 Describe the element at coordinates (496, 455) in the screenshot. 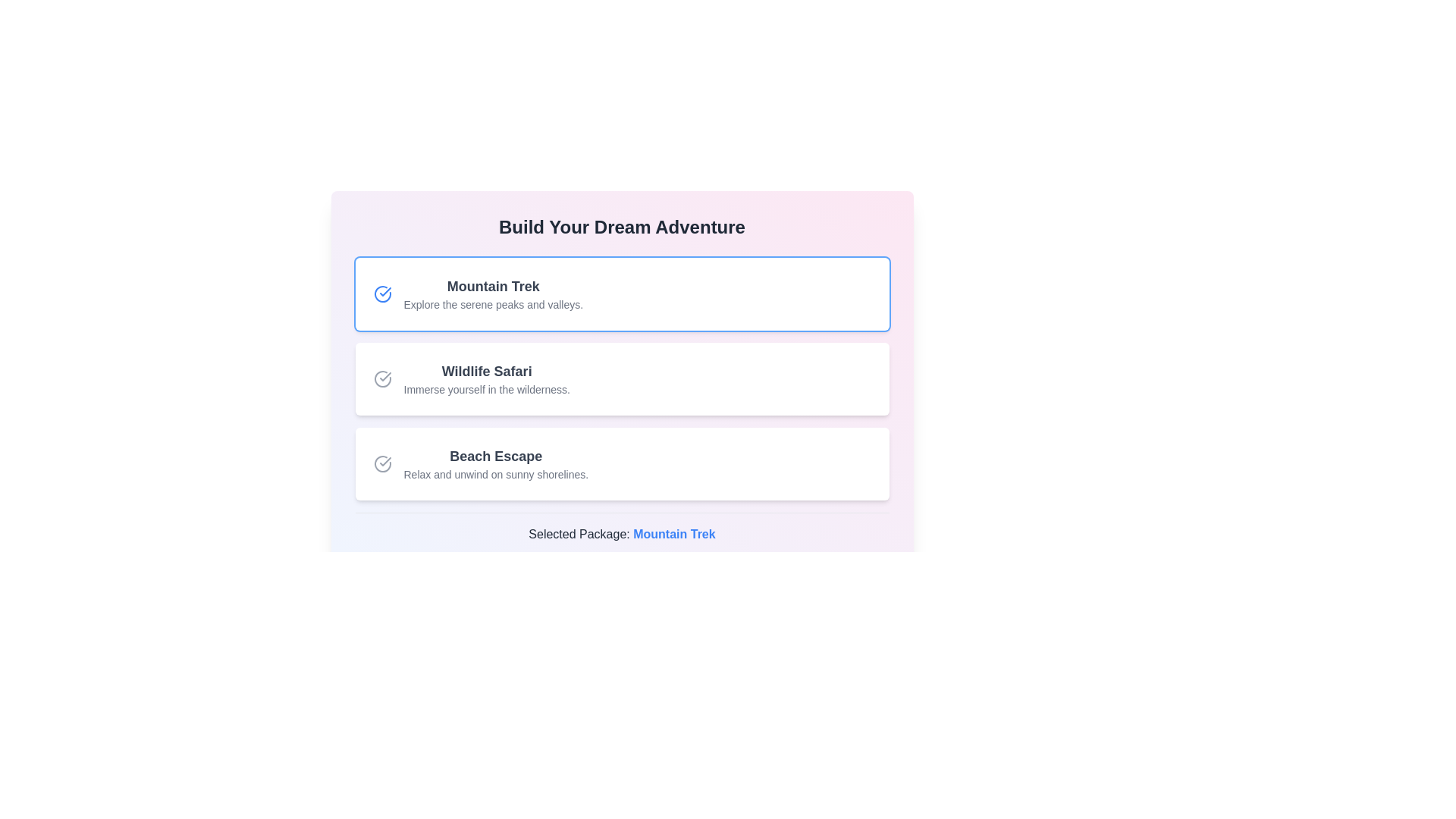

I see `the text label displaying 'Beach Escape', which is styled in bold and dark gray, located at the top of the third option card` at that location.